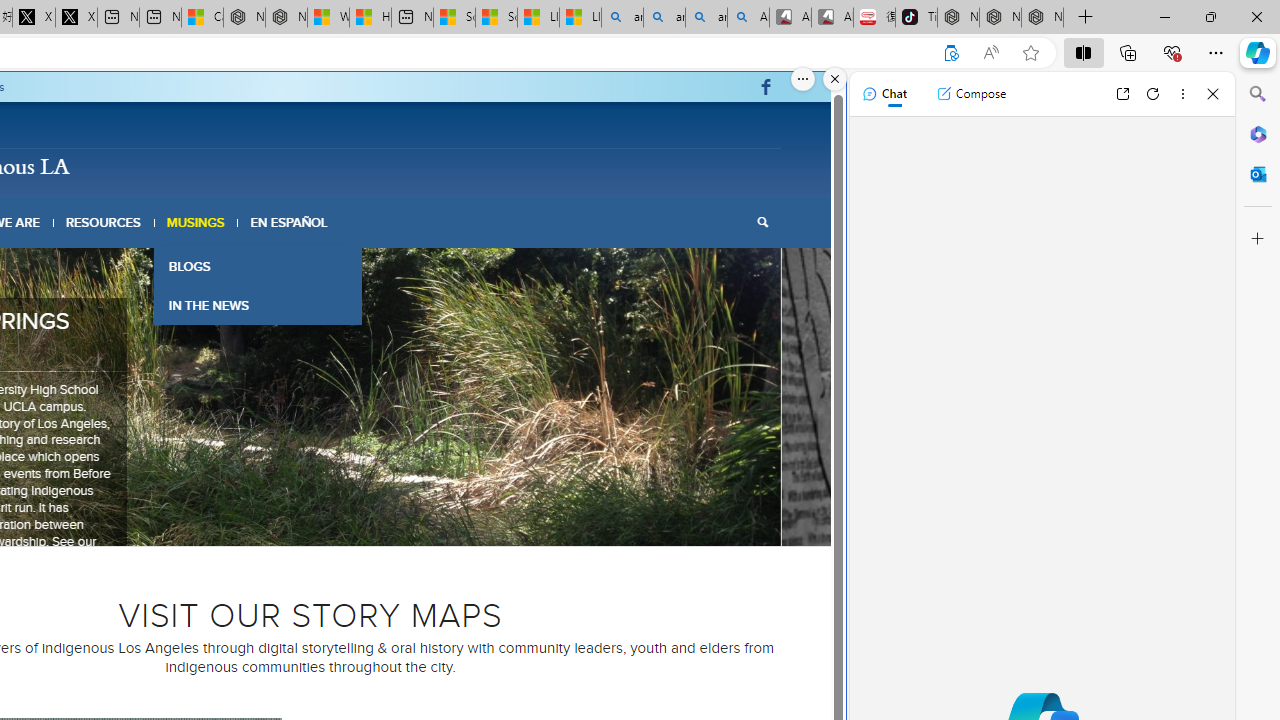 This screenshot has width=1280, height=720. I want to click on 'Microsoft 365', so click(1257, 133).